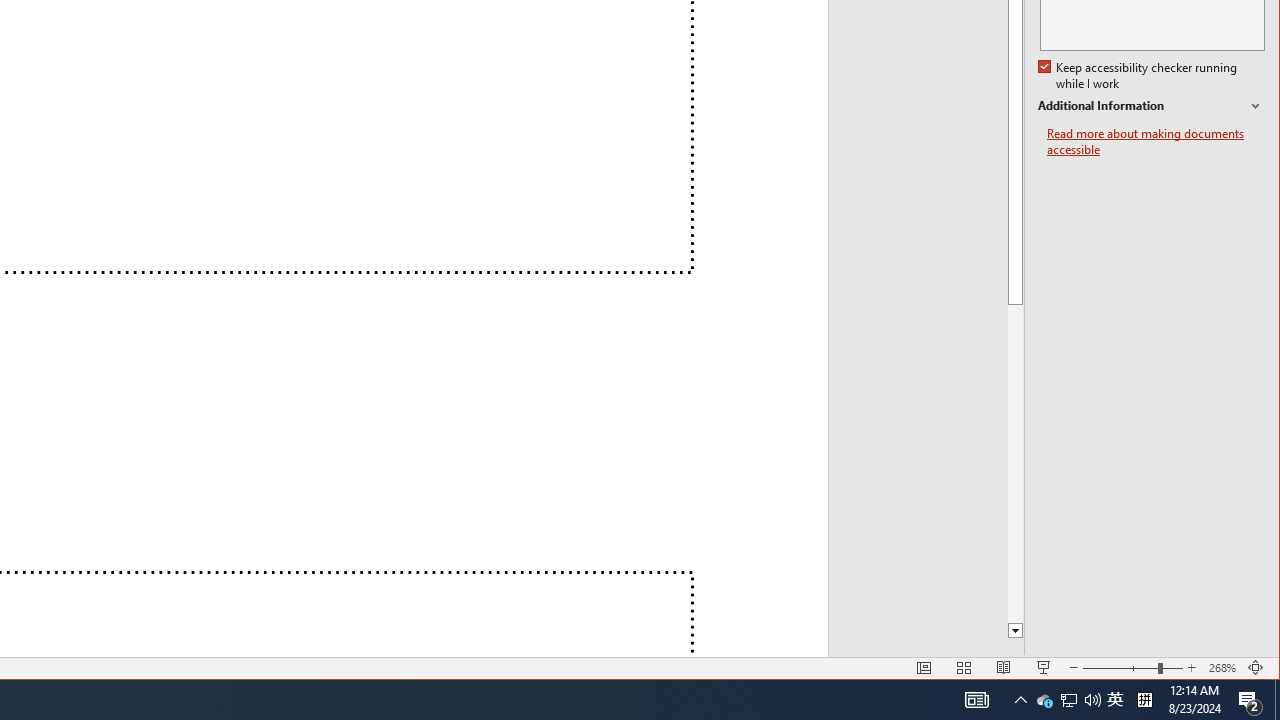 The height and width of the screenshot is (720, 1280). Describe the element at coordinates (1151, 106) in the screenshot. I see `'Additional Information'` at that location.